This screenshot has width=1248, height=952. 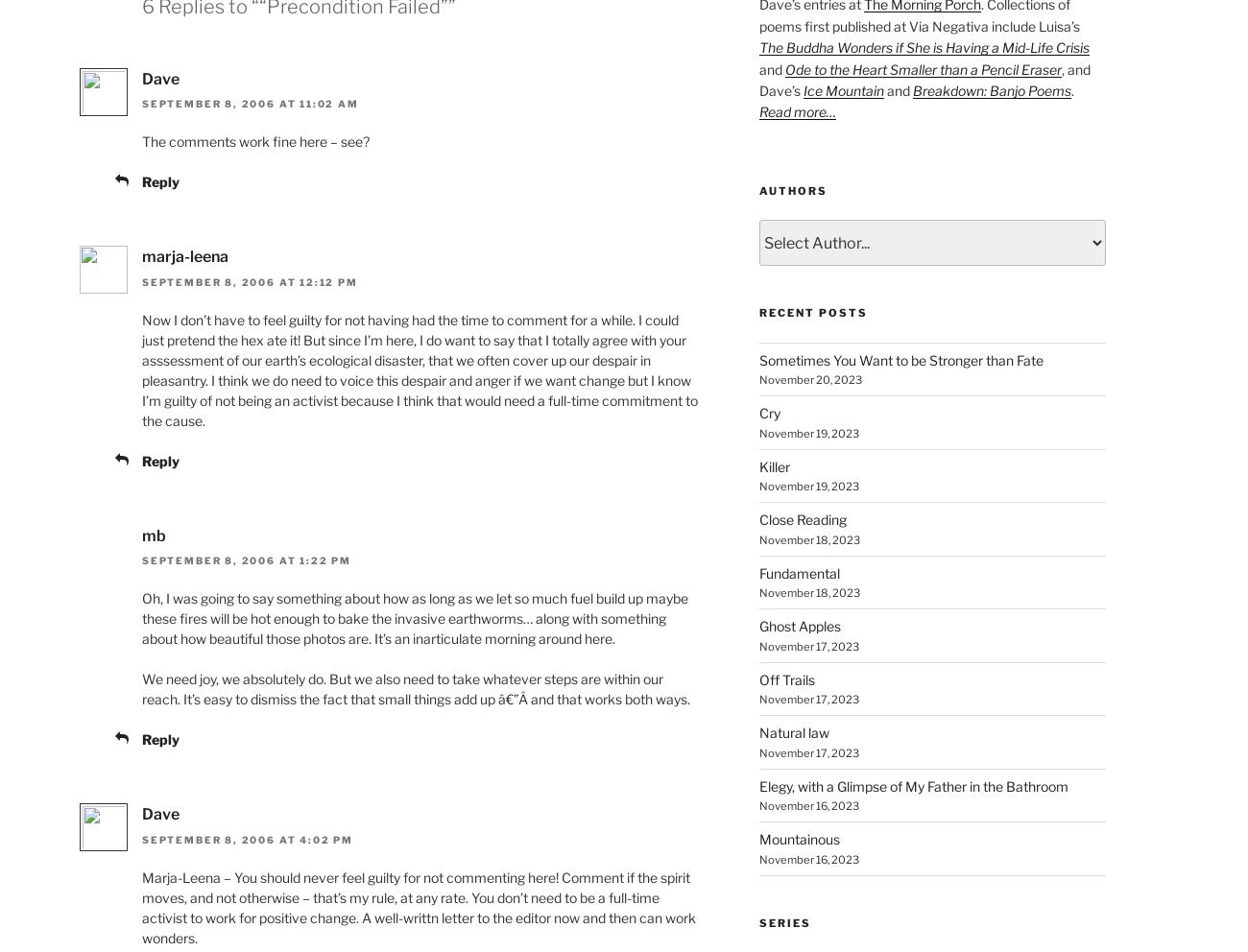 I want to click on 'September 8, 2006 at 1:22 pm', so click(x=245, y=559).